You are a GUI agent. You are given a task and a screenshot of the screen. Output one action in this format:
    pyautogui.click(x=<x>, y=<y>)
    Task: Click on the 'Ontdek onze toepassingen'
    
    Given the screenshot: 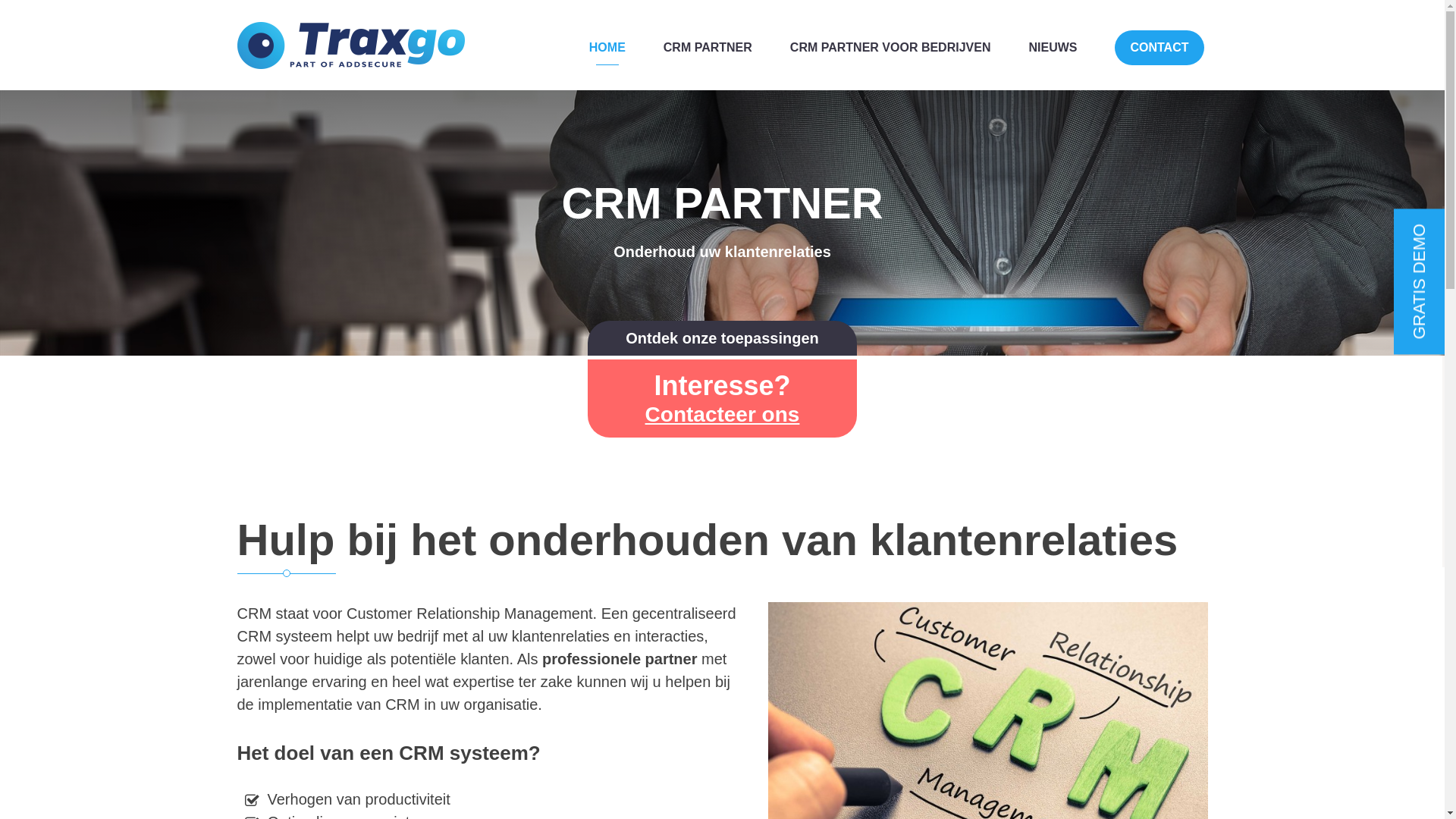 What is the action you would take?
    pyautogui.click(x=720, y=337)
    